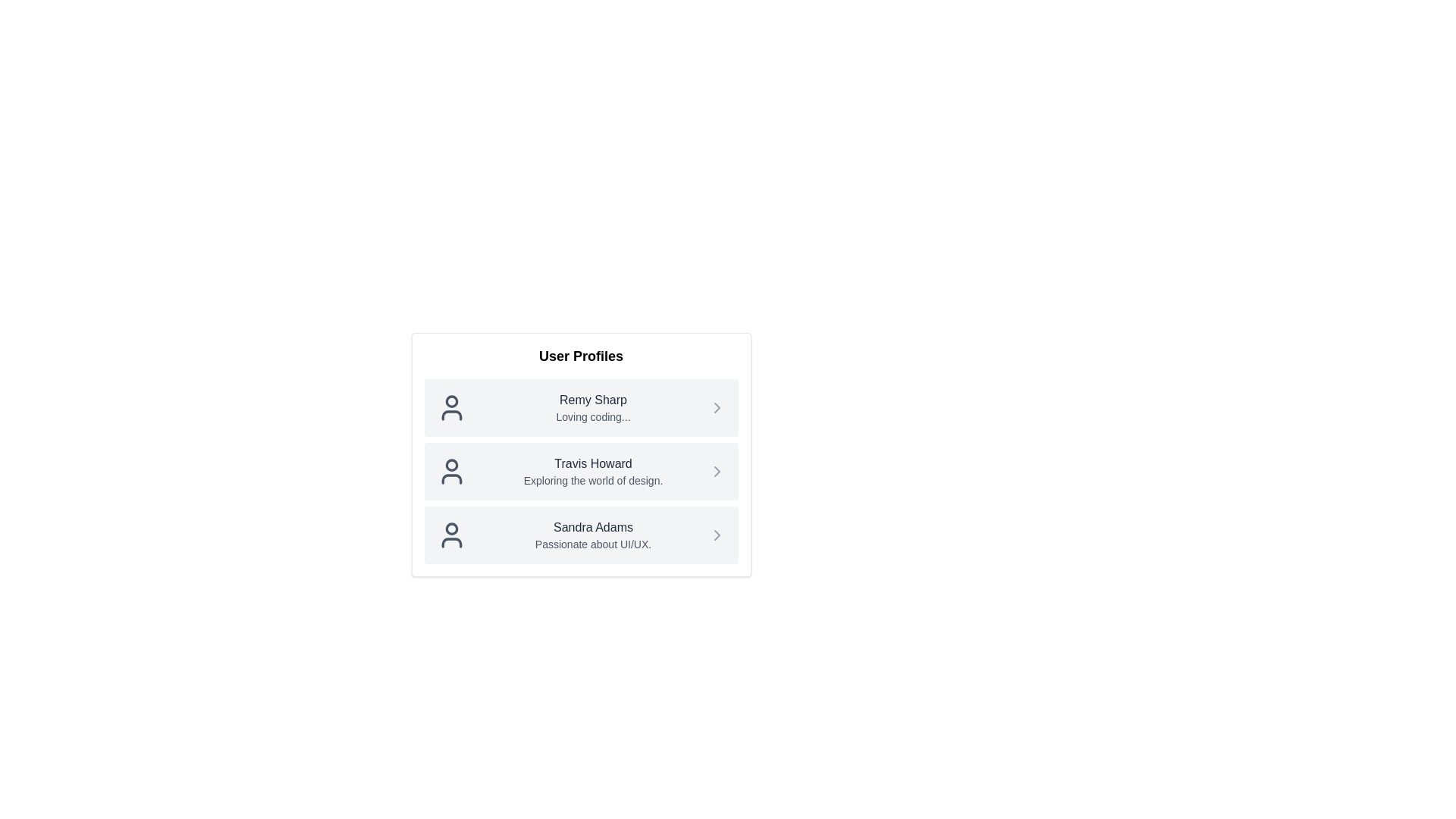 The width and height of the screenshot is (1456, 819). I want to click on the second user profile list item located under the title 'User Profiles', which displays brief information about a user, so click(580, 454).